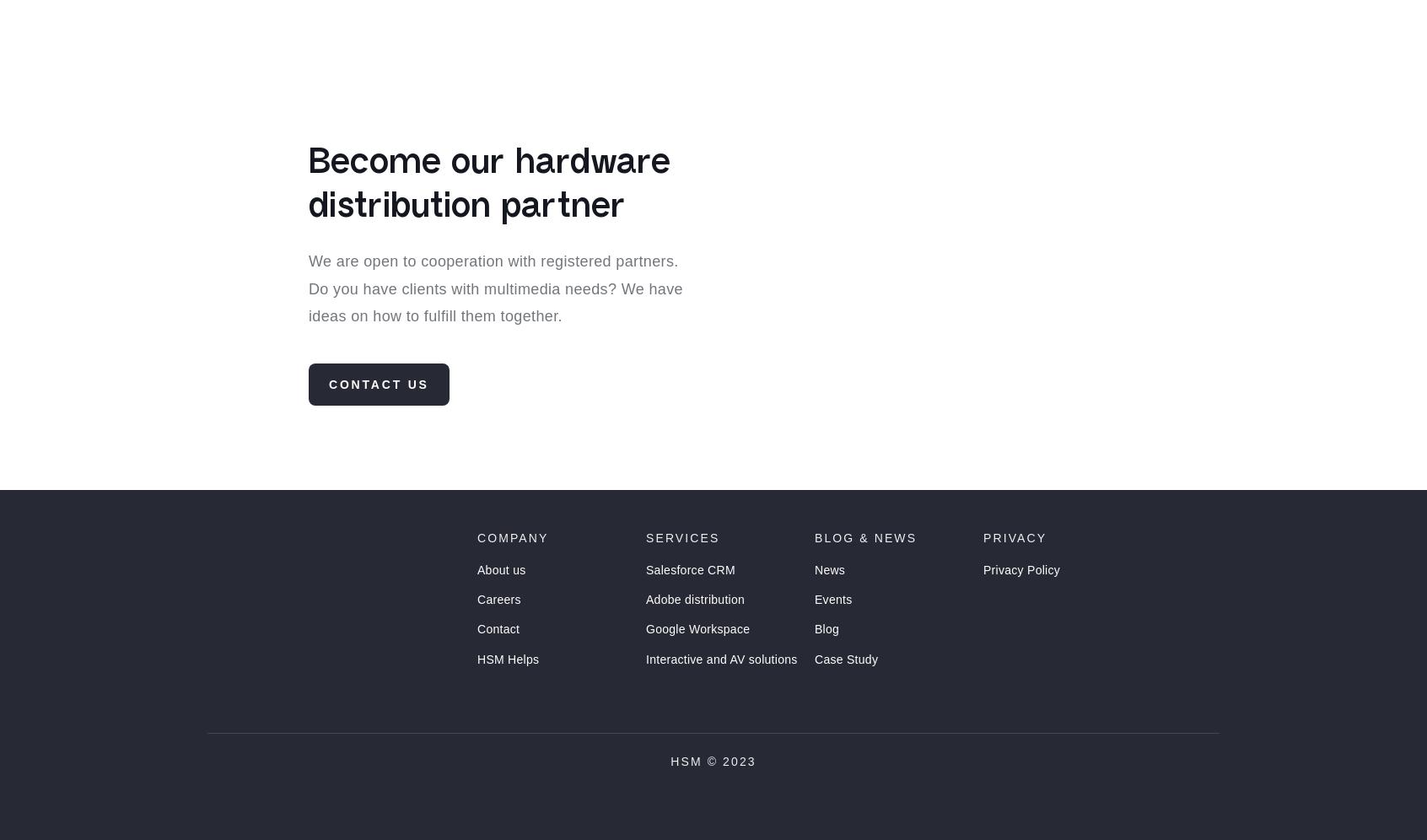  Describe the element at coordinates (845, 689) in the screenshot. I see `'Case Study'` at that location.